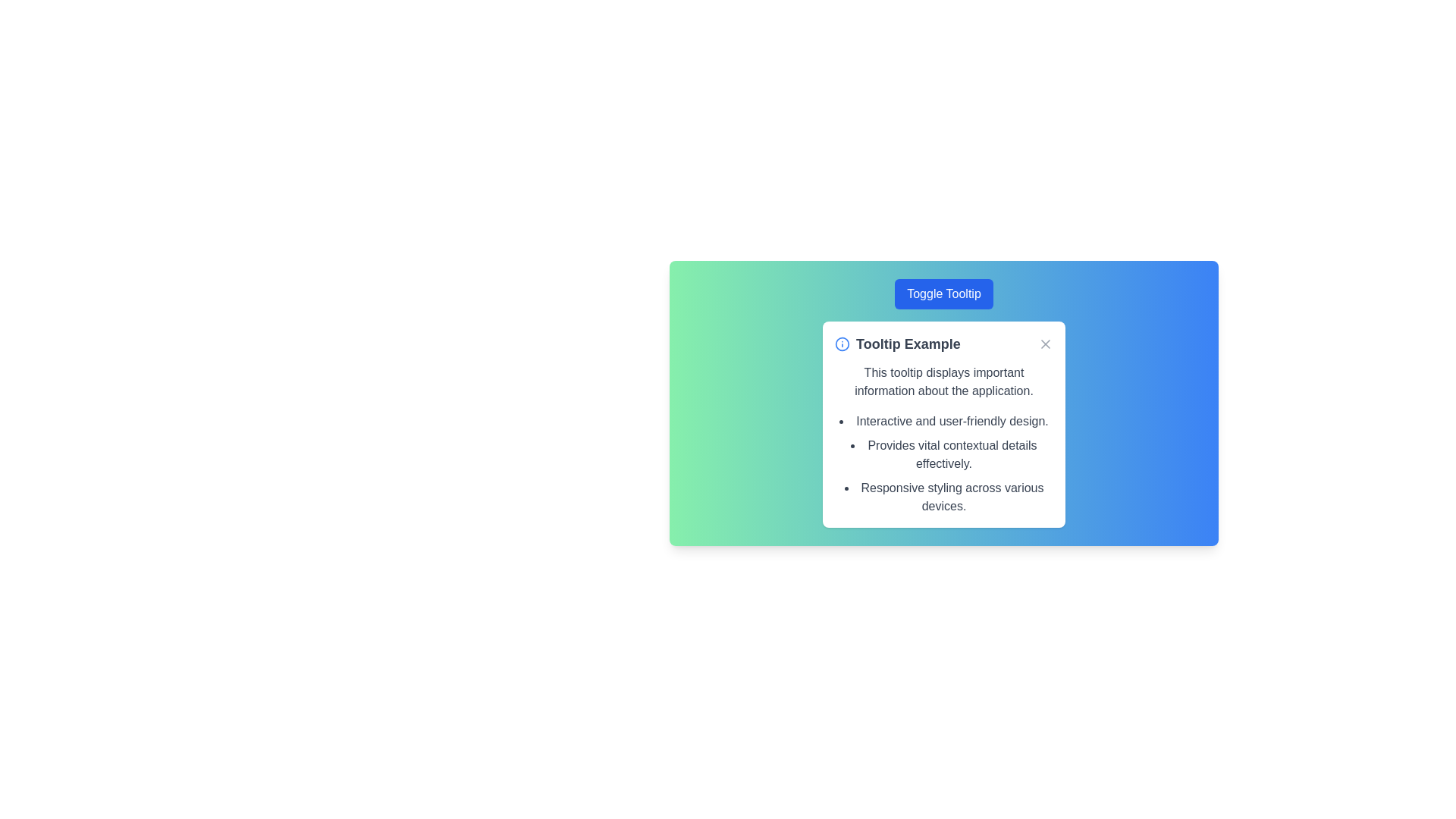  Describe the element at coordinates (943, 454) in the screenshot. I see `the second bullet-point entry in the tooltip that contains the text 'Provides vital contextual details effectively.' to read it` at that location.